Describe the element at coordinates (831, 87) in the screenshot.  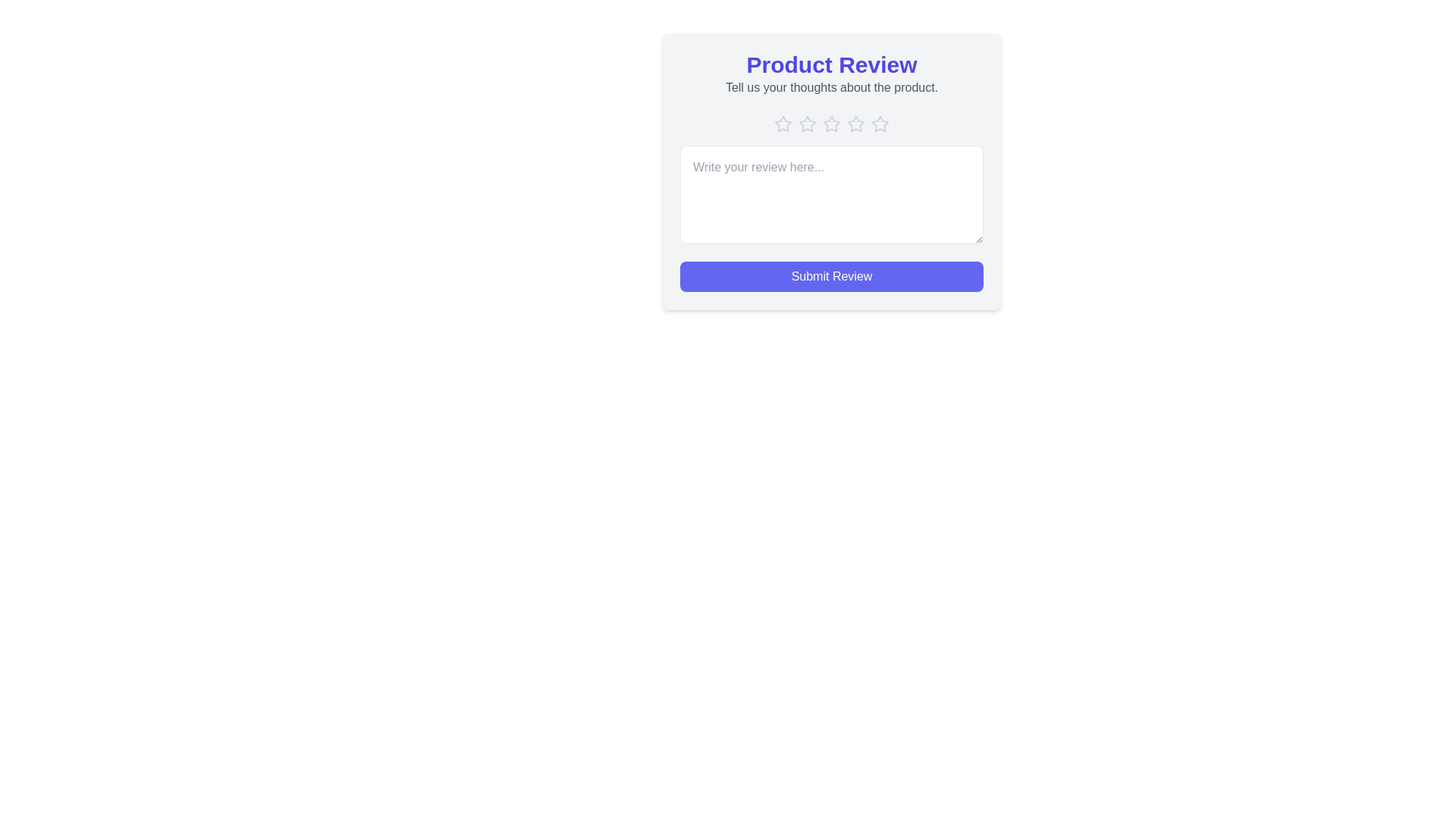
I see `the static text element that prompts users to provide their opinions or reviews about a product, positioned below the 'Product Review' title and above the star rating icons` at that location.